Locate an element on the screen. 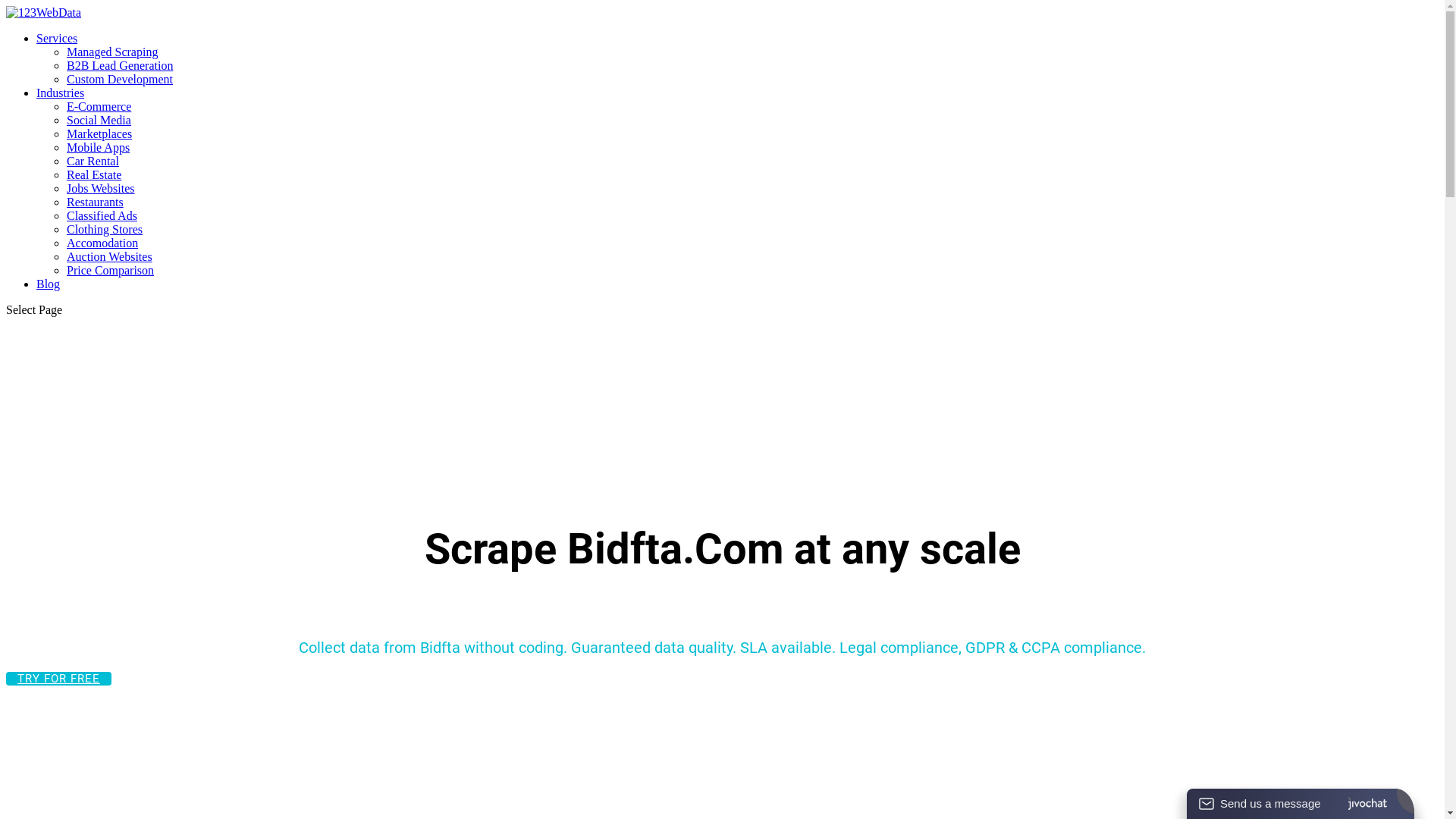 This screenshot has width=1456, height=819. 'Price Comparison' is located at coordinates (109, 269).